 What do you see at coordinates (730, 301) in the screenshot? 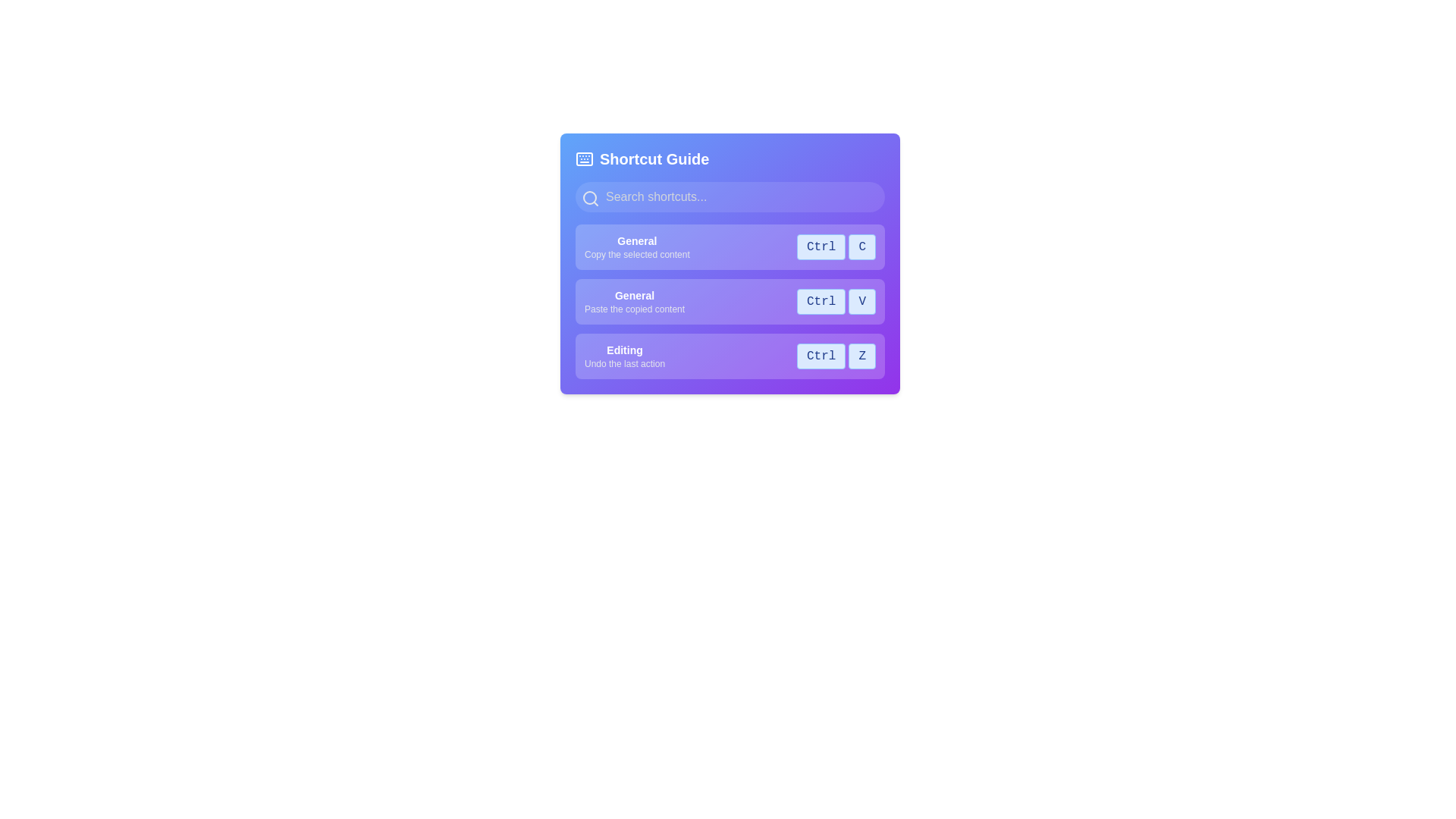
I see `the associated keyboard keys for the 'Paste the copied content' shortcut, which is located in the middle of a vertical list of shortcut items` at bounding box center [730, 301].